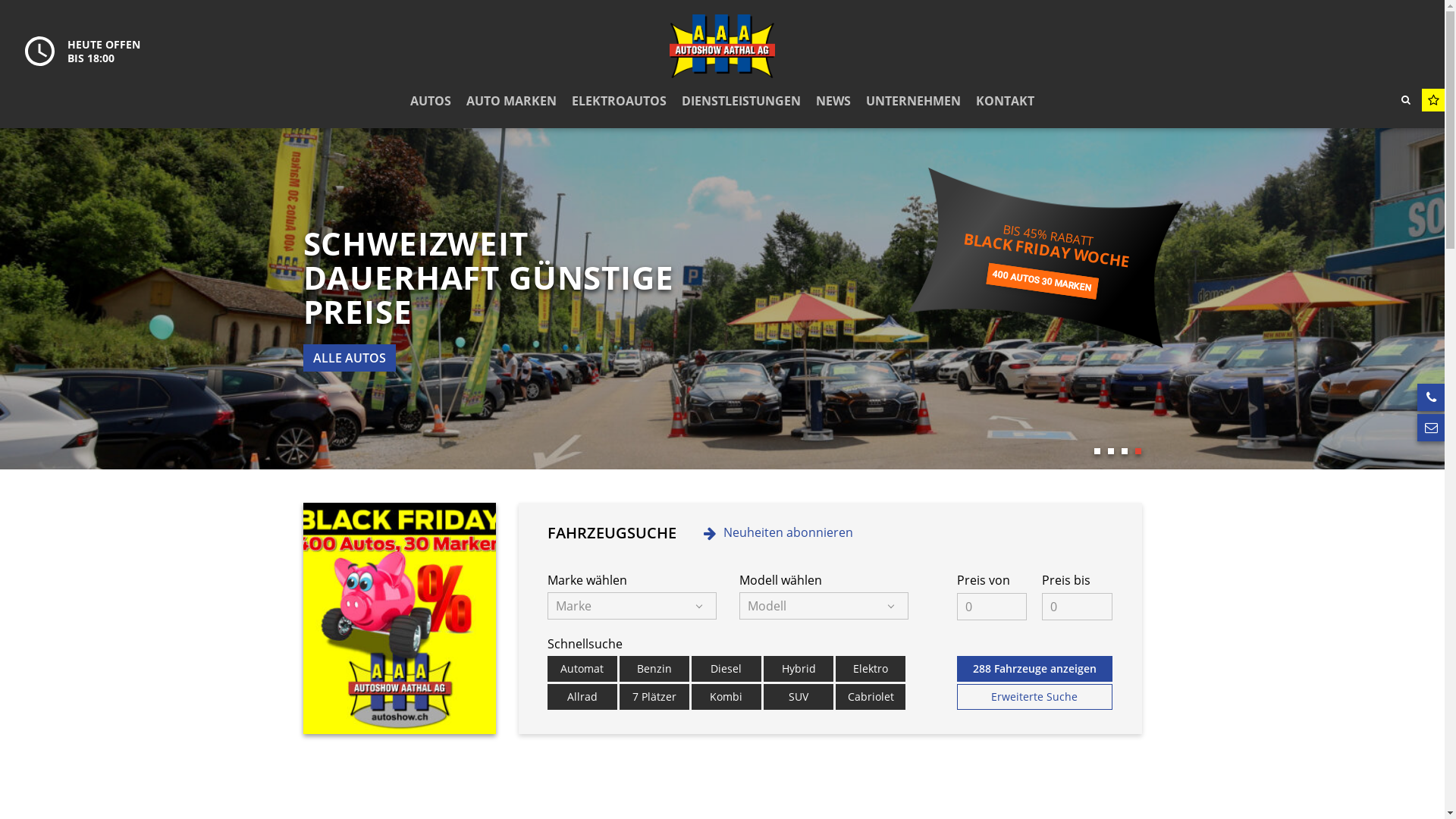  Describe the element at coordinates (619, 101) in the screenshot. I see `'ELEKTROAUTOS'` at that location.